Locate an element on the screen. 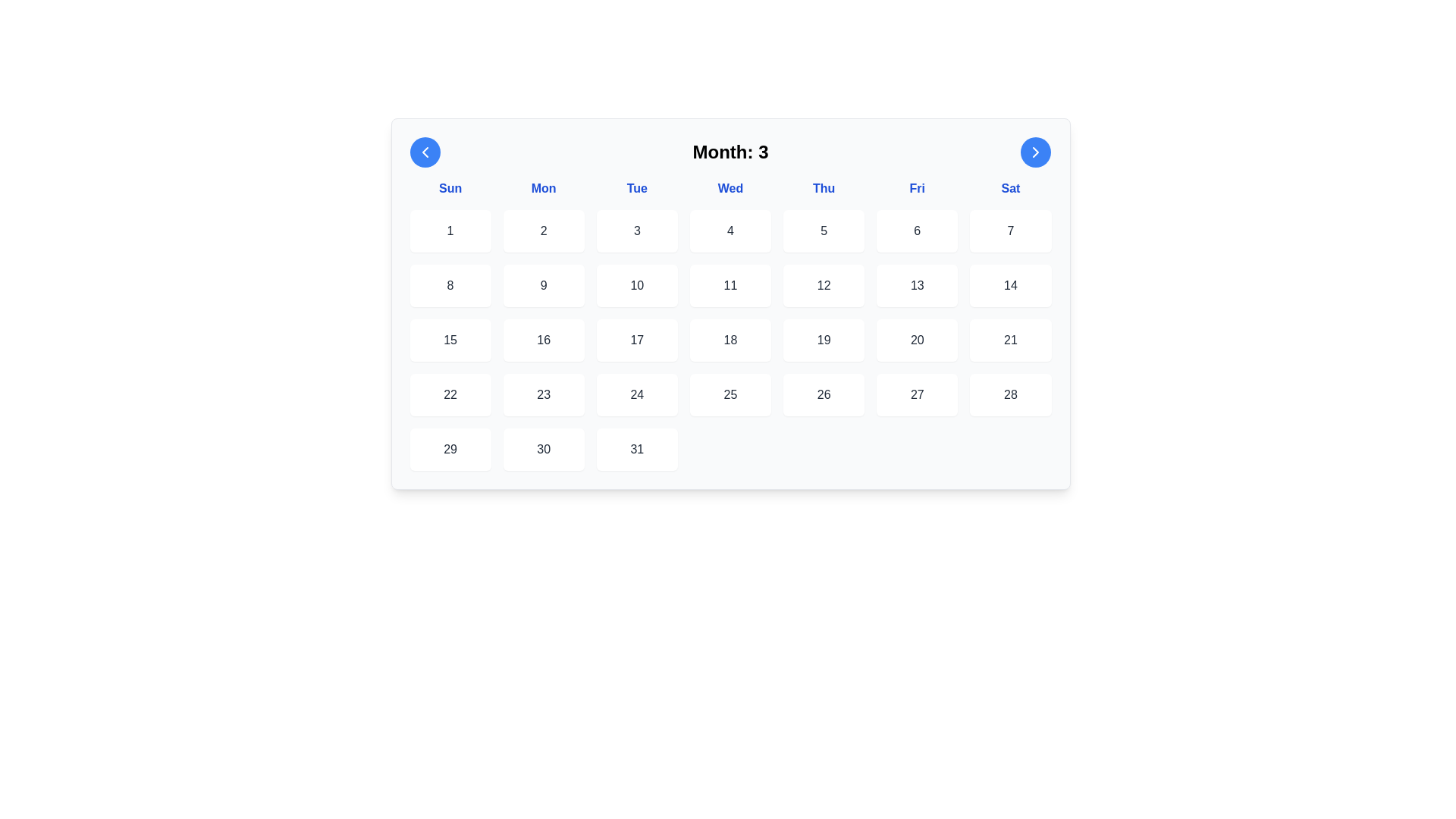 Image resolution: width=1456 pixels, height=819 pixels. the selectable button for the second day of the month in the calendar view, which is the second button in the first row of the grid layout is located at coordinates (544, 231).